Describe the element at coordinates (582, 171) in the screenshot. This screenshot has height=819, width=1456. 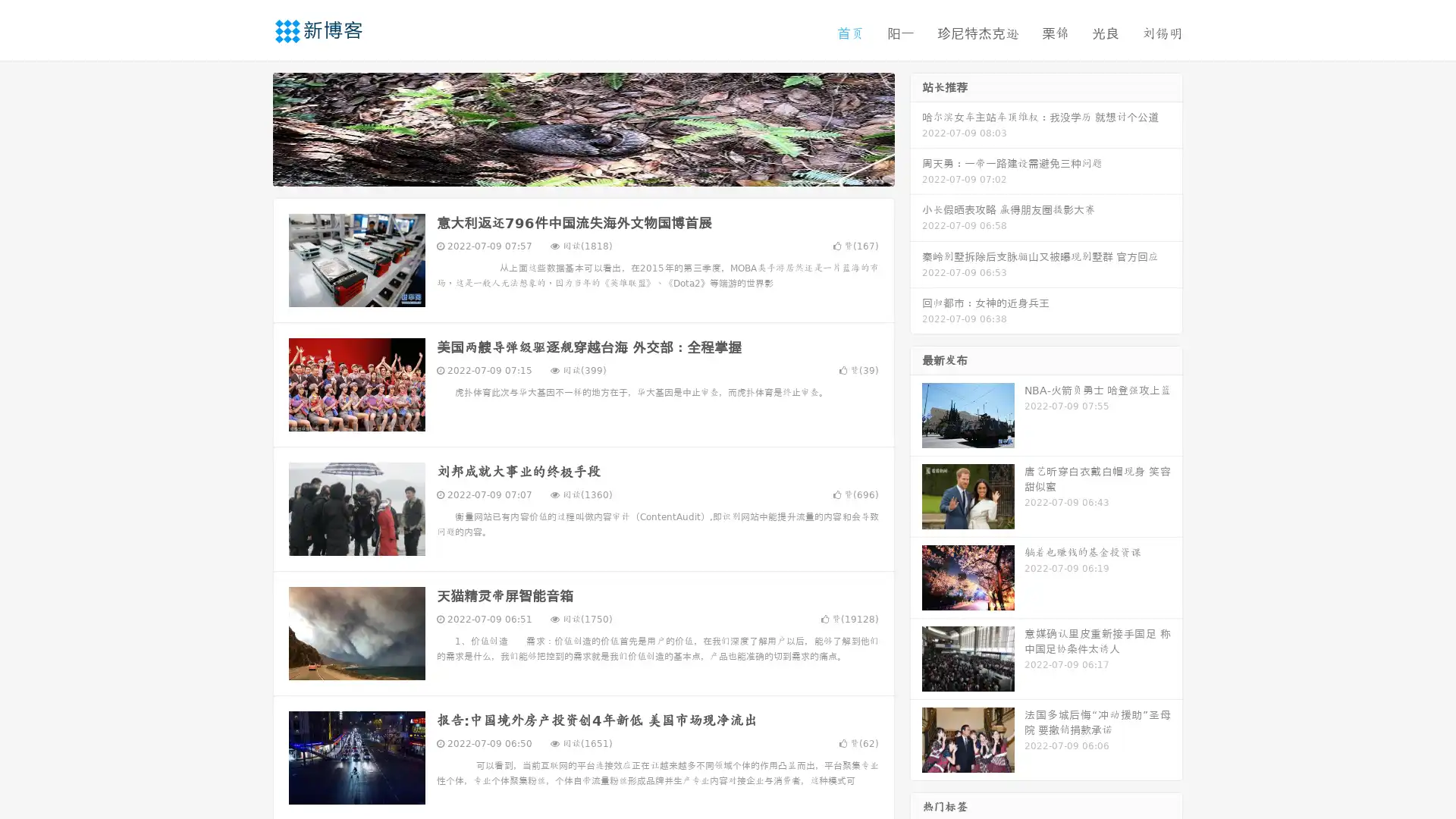
I see `Go to slide 2` at that location.